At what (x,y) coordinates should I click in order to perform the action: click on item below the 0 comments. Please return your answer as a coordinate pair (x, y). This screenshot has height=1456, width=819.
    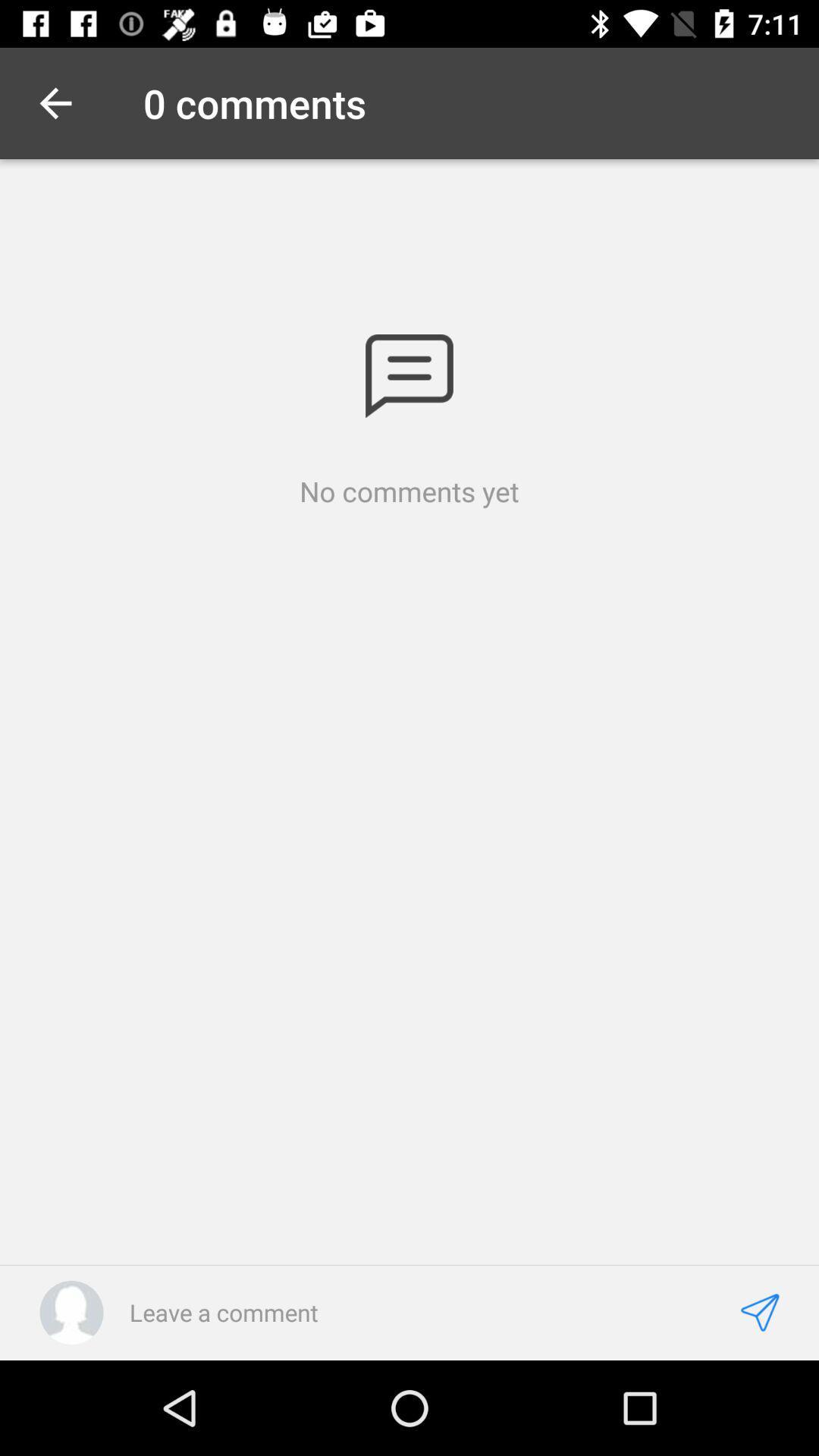
    Looking at the image, I should click on (409, 376).